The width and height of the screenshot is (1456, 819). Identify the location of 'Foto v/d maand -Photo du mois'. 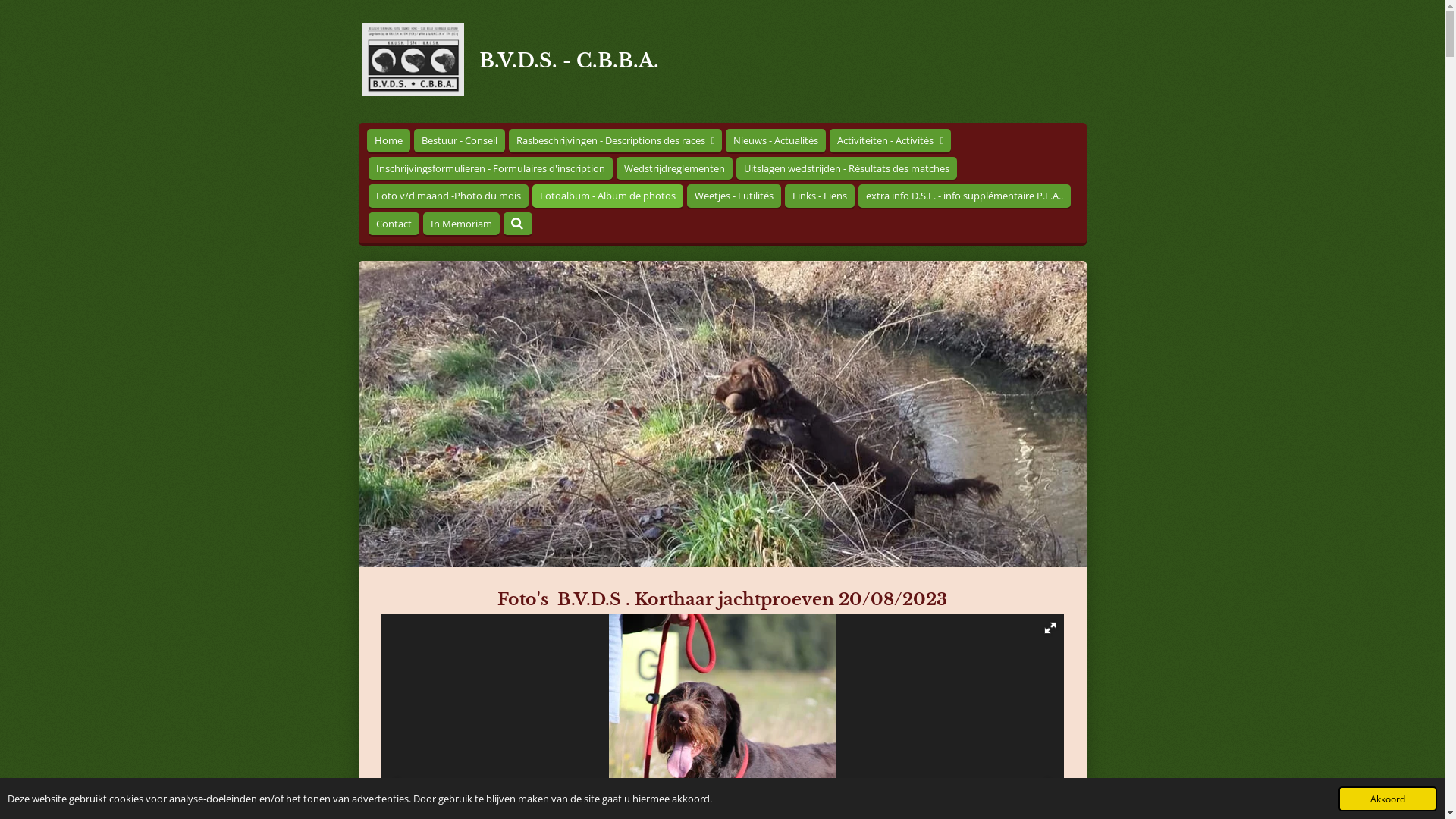
(368, 195).